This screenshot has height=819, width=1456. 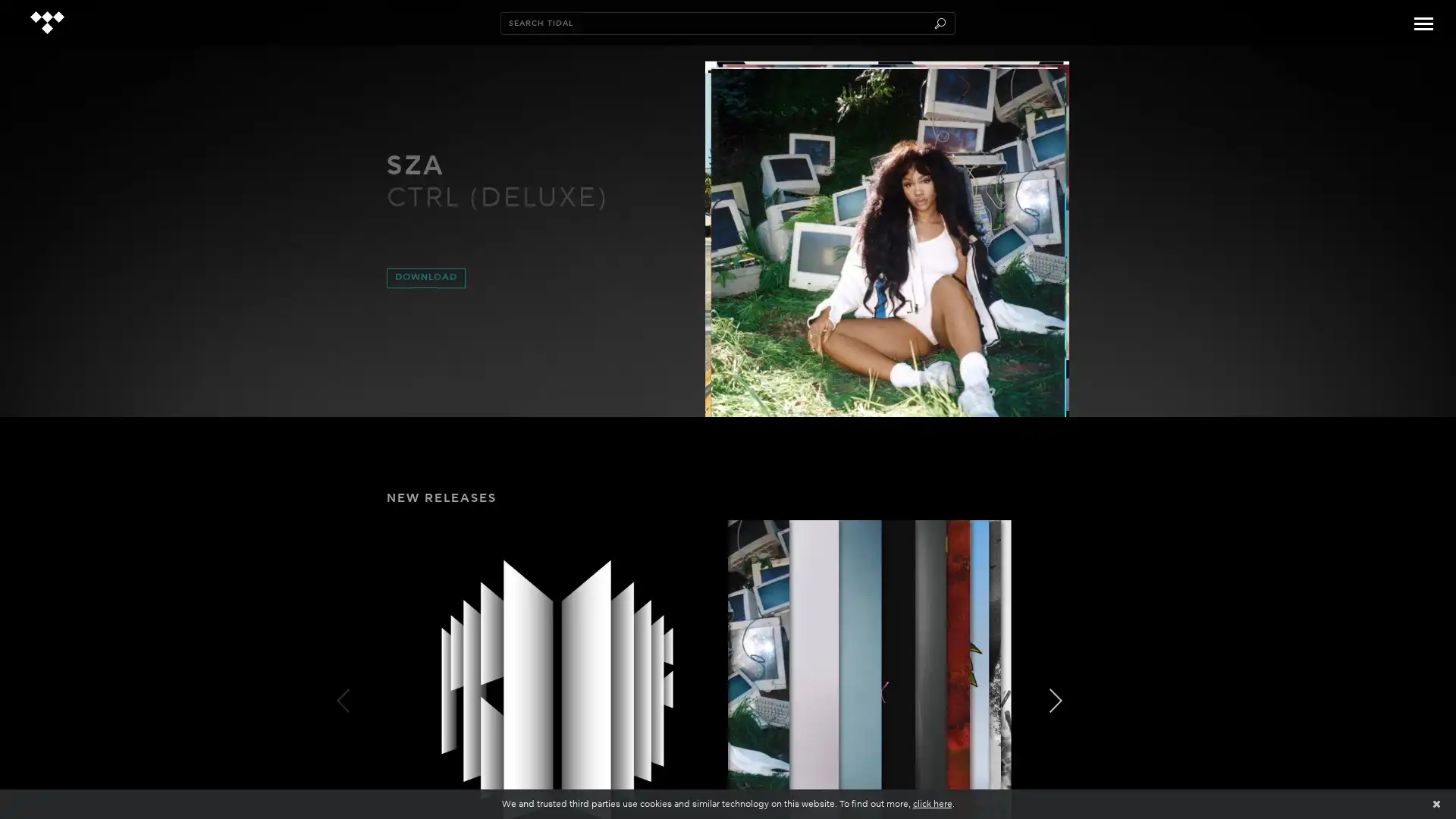 What do you see at coordinates (1053, 708) in the screenshot?
I see `NEXT` at bounding box center [1053, 708].